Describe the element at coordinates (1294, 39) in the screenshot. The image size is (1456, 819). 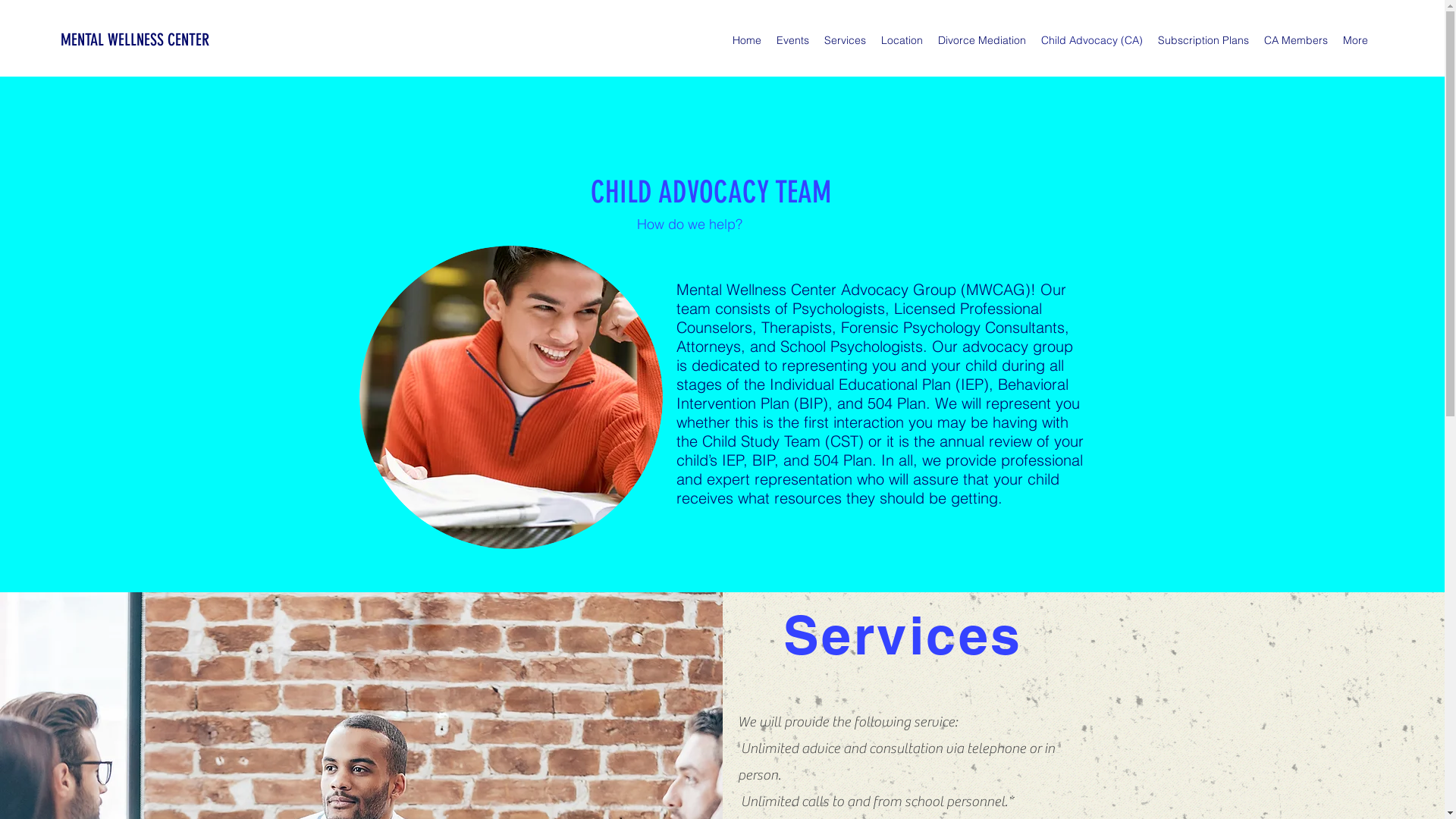
I see `'CA Members'` at that location.